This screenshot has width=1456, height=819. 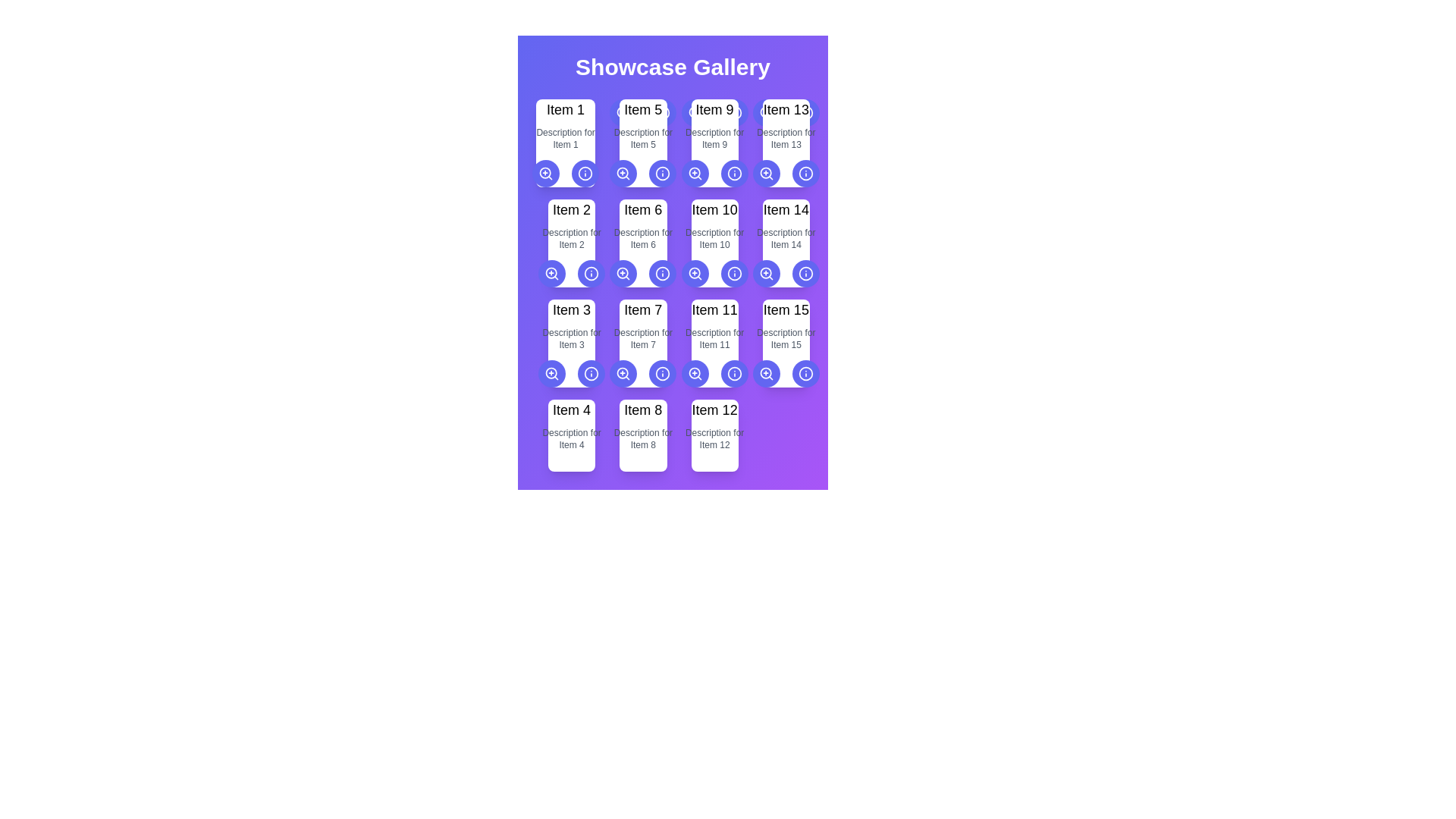 I want to click on the Icon button located in the fourth row and third column of the grid layout adjacent to 'Item 11', so click(x=734, y=274).